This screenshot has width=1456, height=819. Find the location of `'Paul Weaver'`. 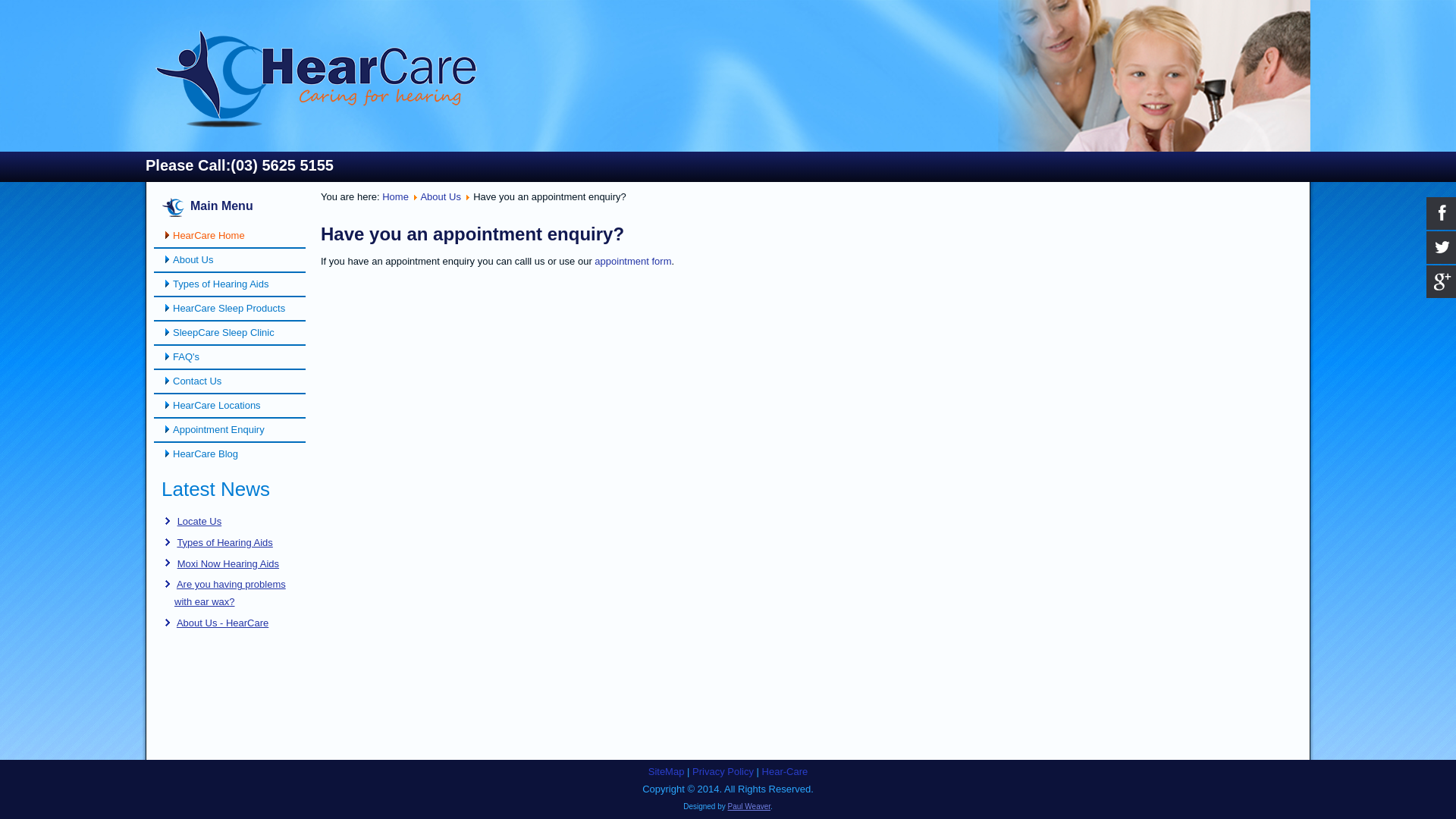

'Paul Weaver' is located at coordinates (749, 805).